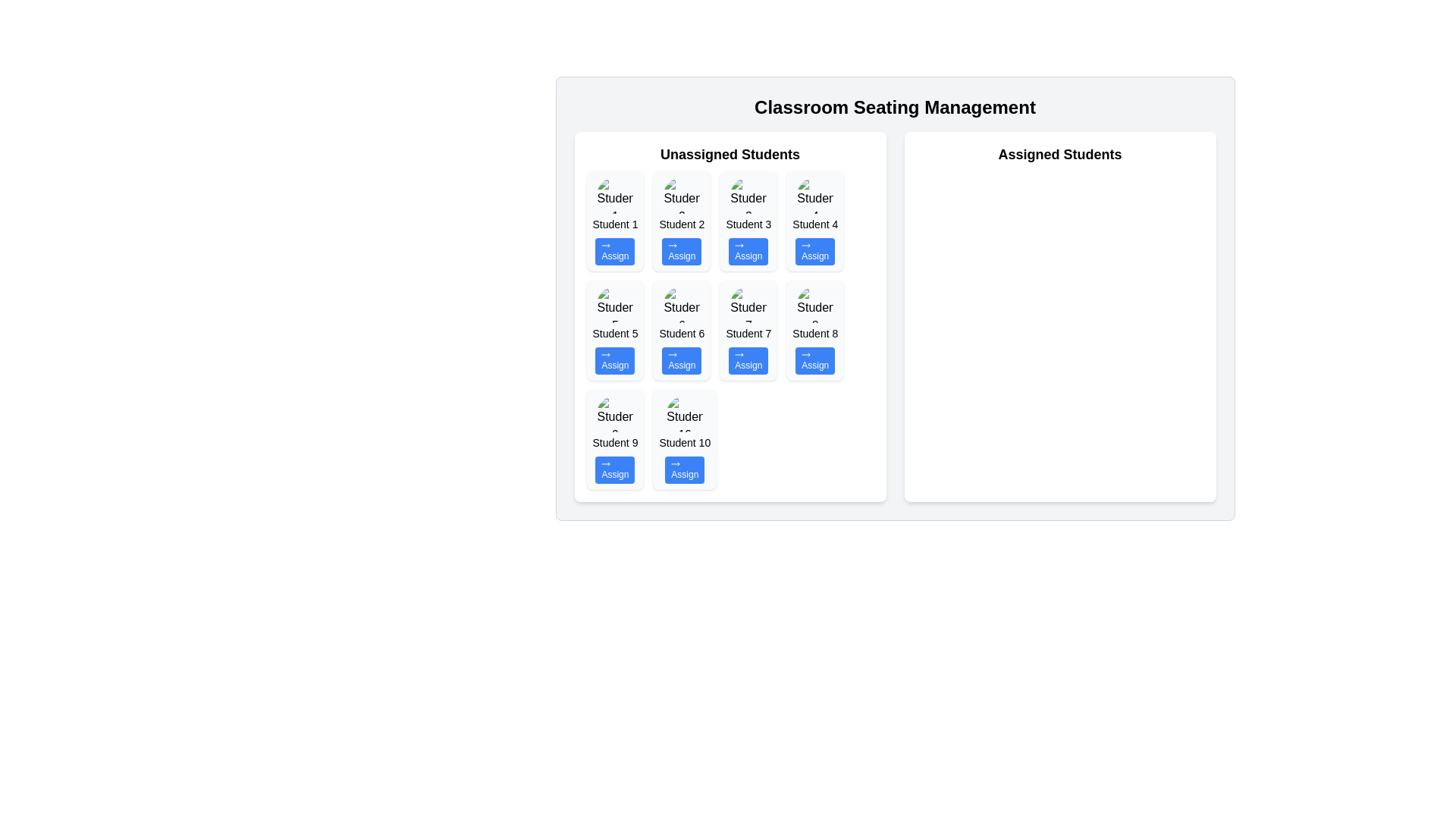  I want to click on the rightward-pointing arrow icon within the 'Assign' button for 'Student 9' in the 'Unassigned Students' section, so click(605, 463).